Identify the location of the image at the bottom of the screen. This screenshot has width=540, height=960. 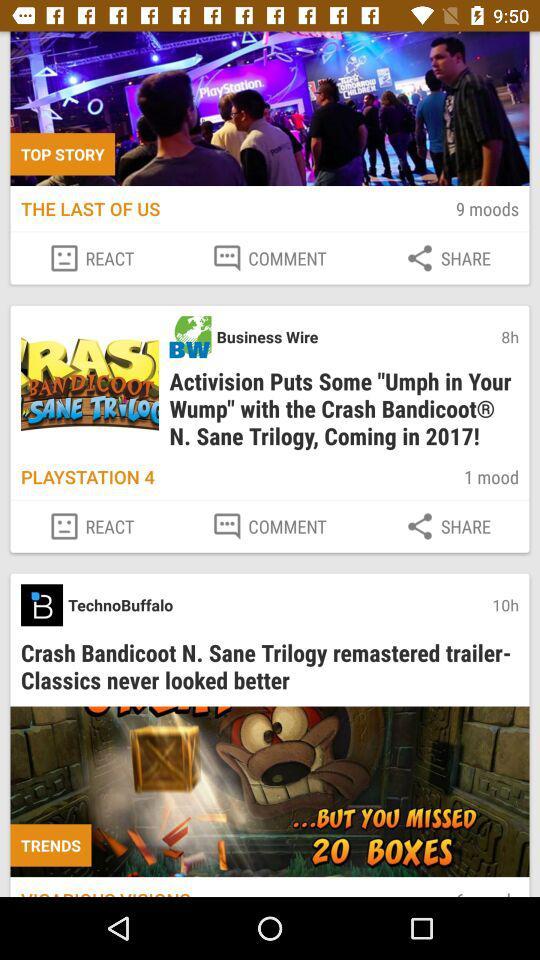
(270, 792).